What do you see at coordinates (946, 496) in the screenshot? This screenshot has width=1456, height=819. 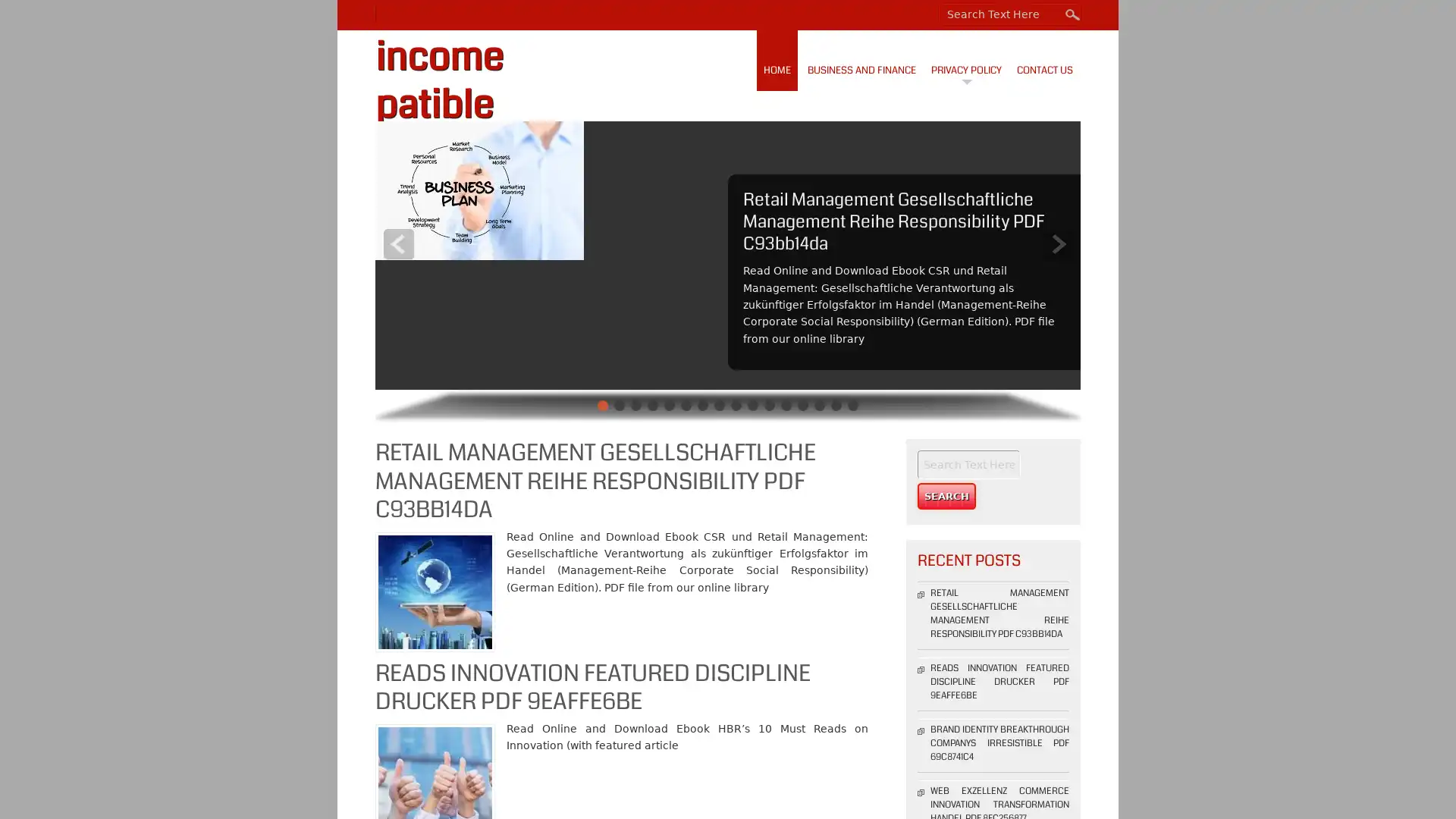 I see `Search` at bounding box center [946, 496].